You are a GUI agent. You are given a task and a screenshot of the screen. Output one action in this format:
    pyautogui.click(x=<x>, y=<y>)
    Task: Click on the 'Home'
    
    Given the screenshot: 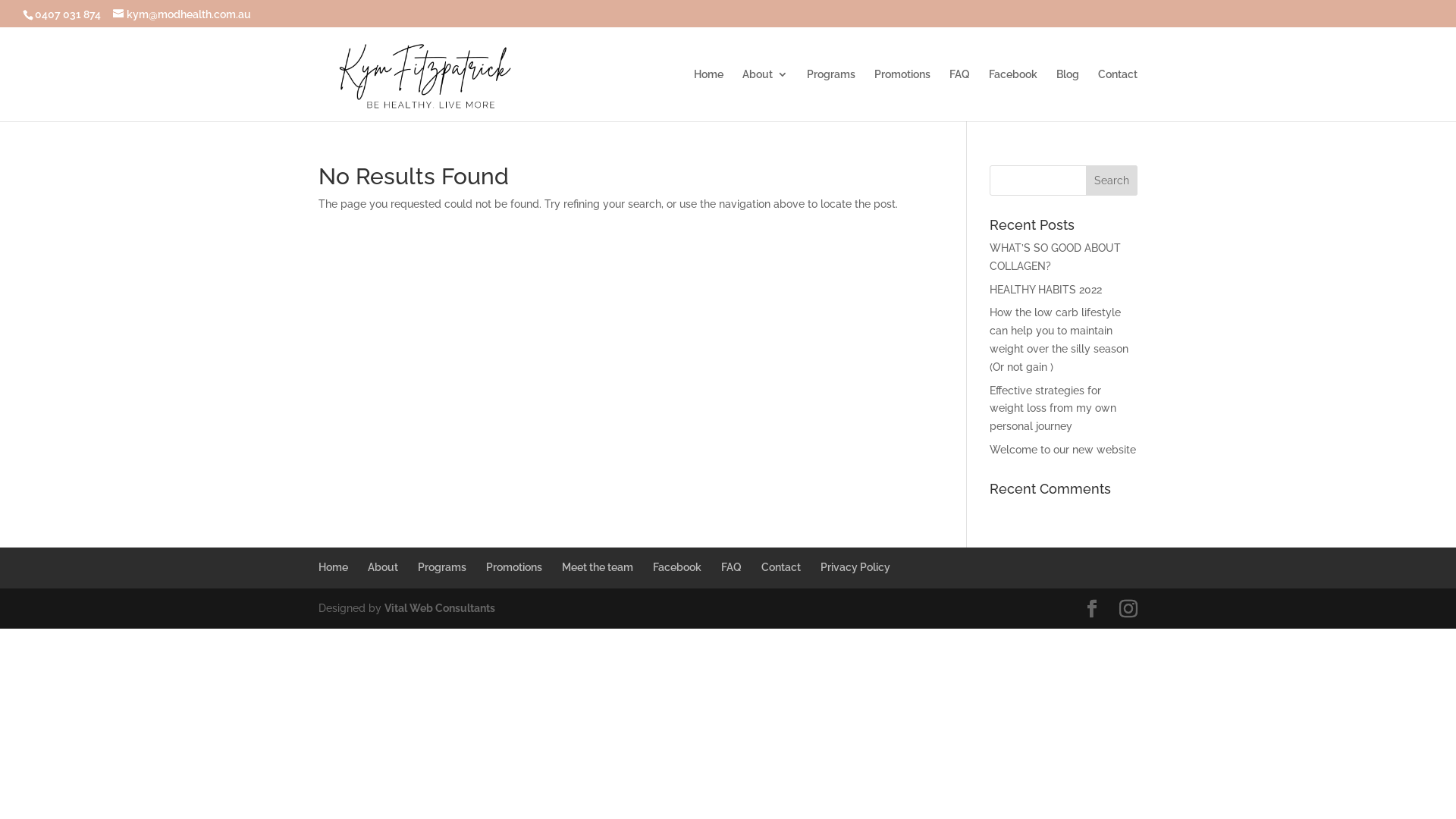 What is the action you would take?
    pyautogui.click(x=332, y=567)
    